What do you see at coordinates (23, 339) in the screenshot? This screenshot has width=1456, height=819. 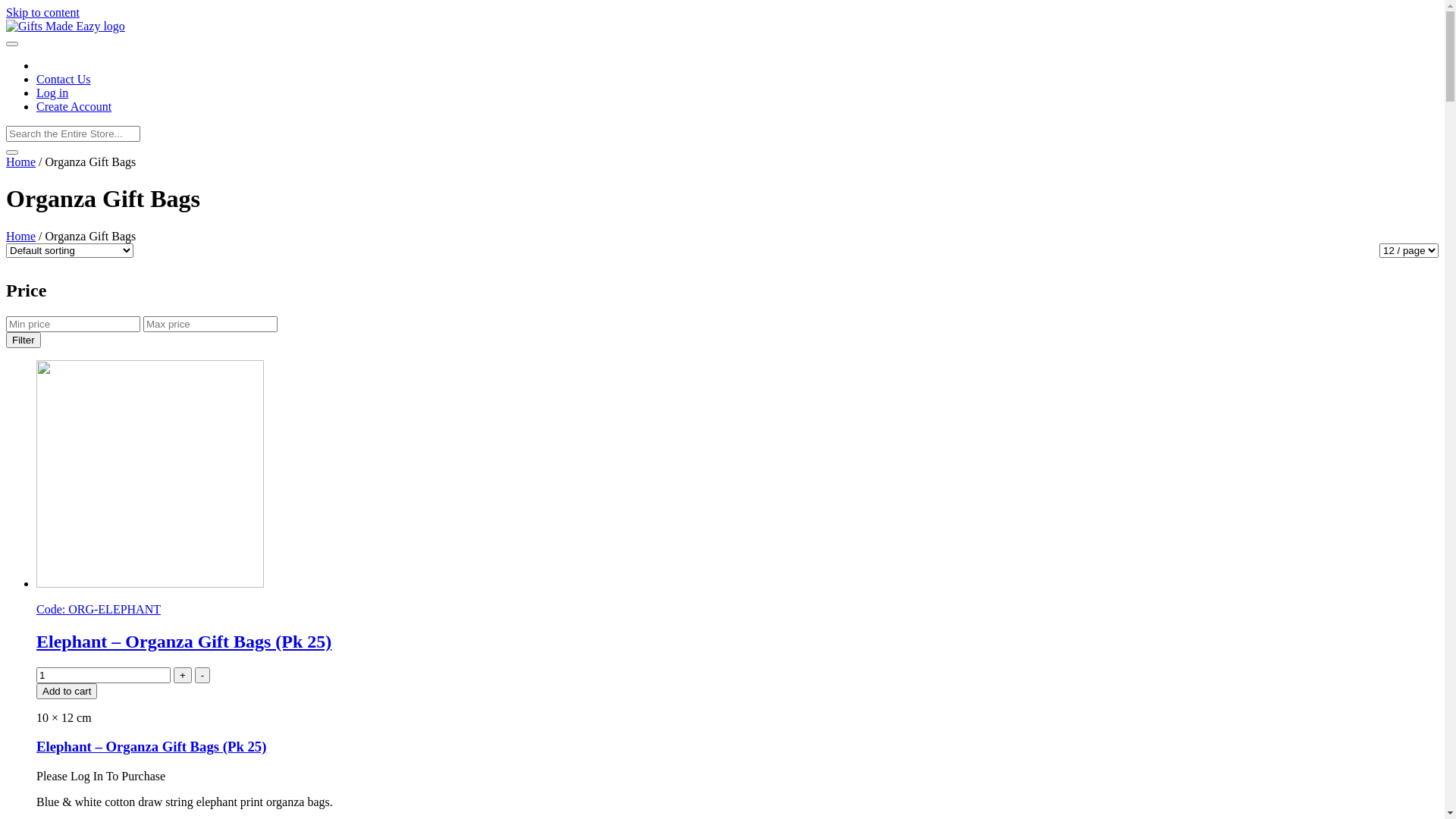 I see `'Filter'` at bounding box center [23, 339].